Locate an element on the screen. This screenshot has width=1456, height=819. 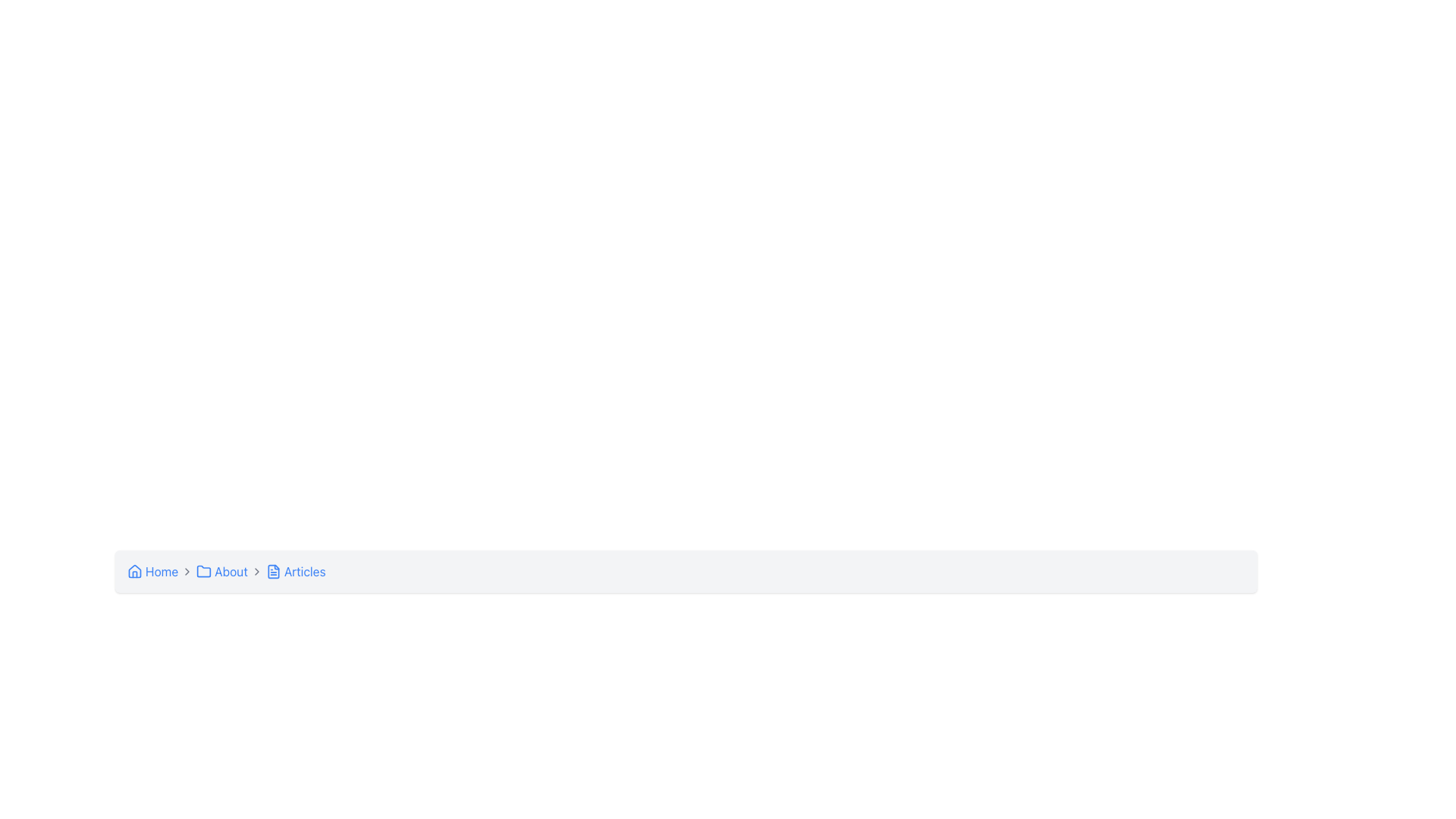
the 'Home' clickable link, which is styled in blue with a house icon on the left, to show context menu options is located at coordinates (152, 571).